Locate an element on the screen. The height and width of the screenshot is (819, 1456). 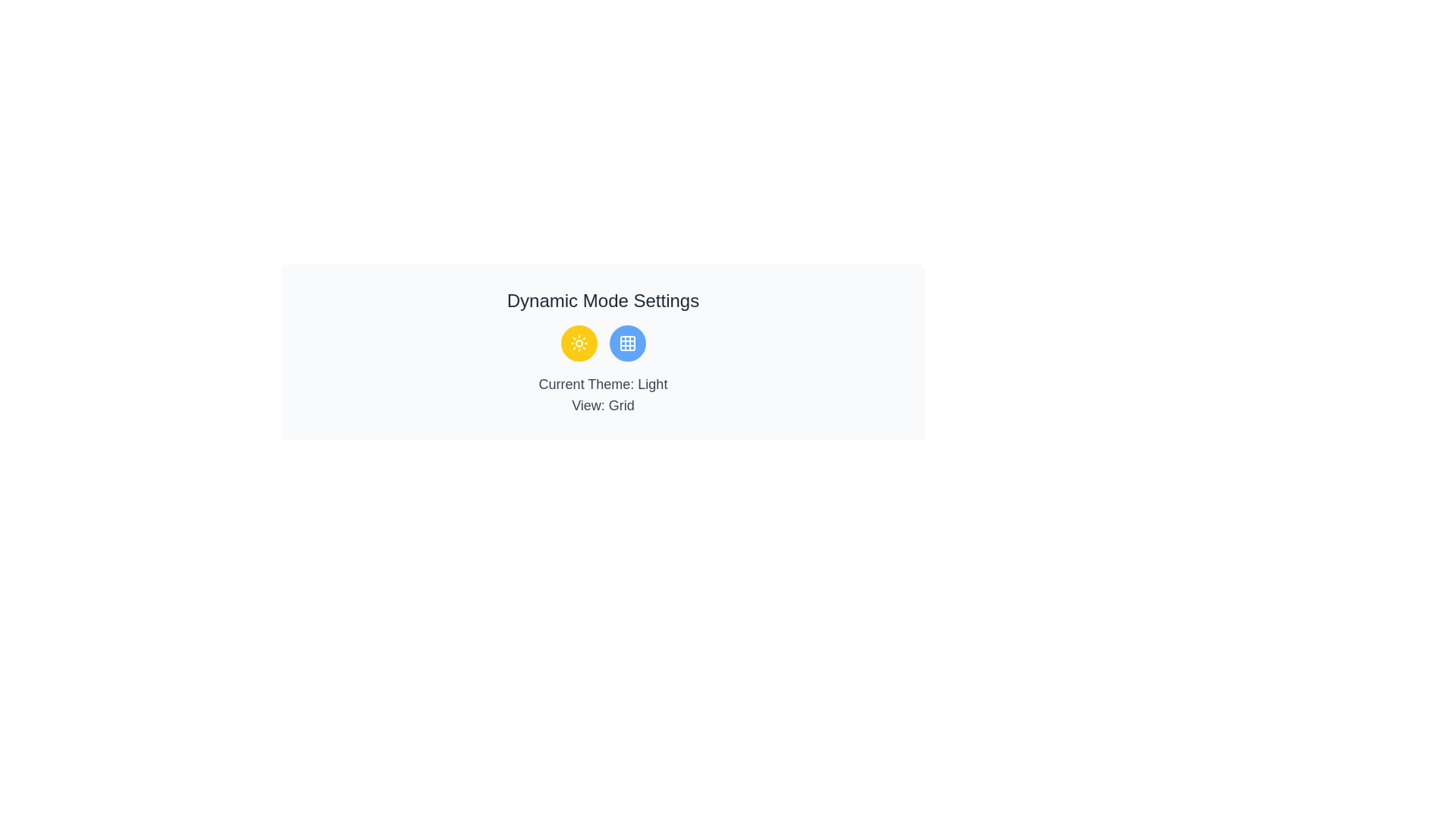
the graphical component inside the grid icon that represents the 'View: Grid' option located in the top-left corner of the grid layout is located at coordinates (627, 343).